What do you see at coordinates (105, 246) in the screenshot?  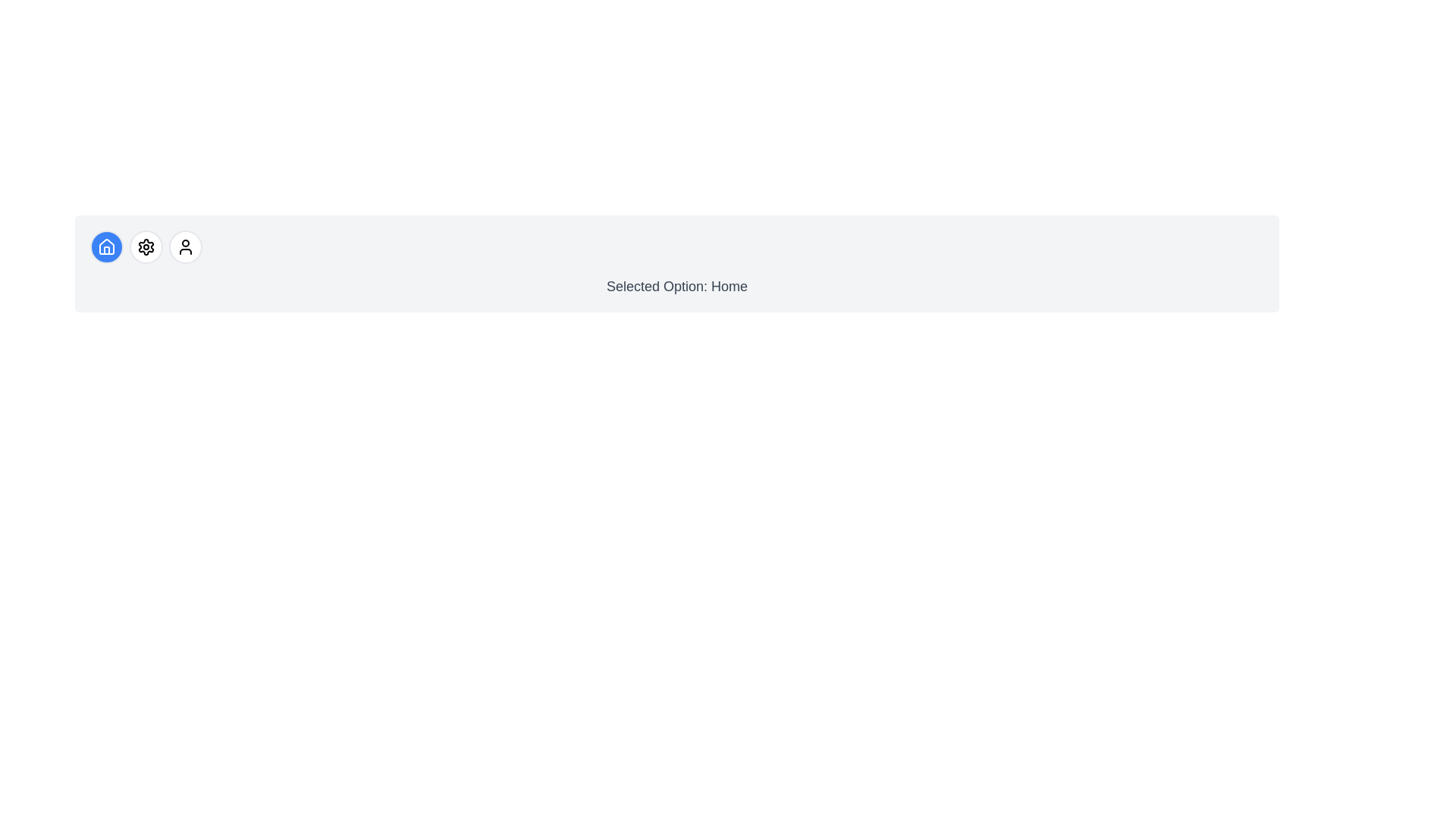 I see `the icon button corresponding to home` at bounding box center [105, 246].